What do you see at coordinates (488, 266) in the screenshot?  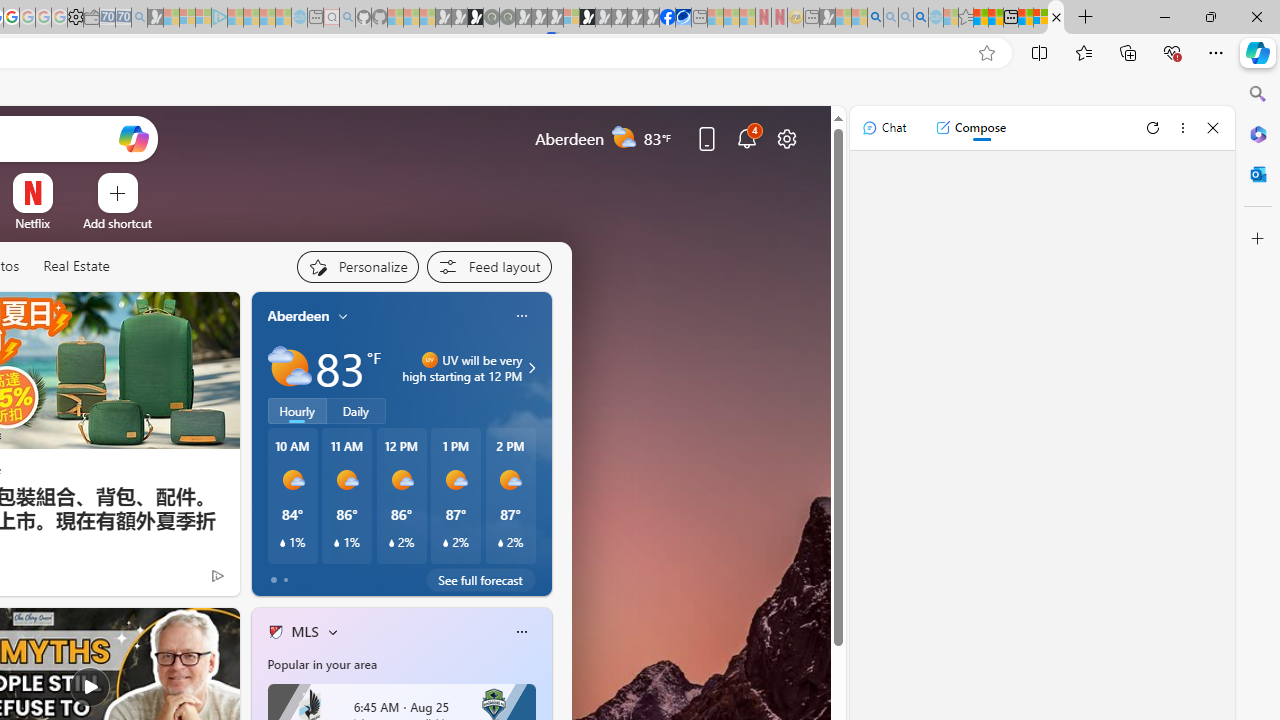 I see `'Feed settings'` at bounding box center [488, 266].